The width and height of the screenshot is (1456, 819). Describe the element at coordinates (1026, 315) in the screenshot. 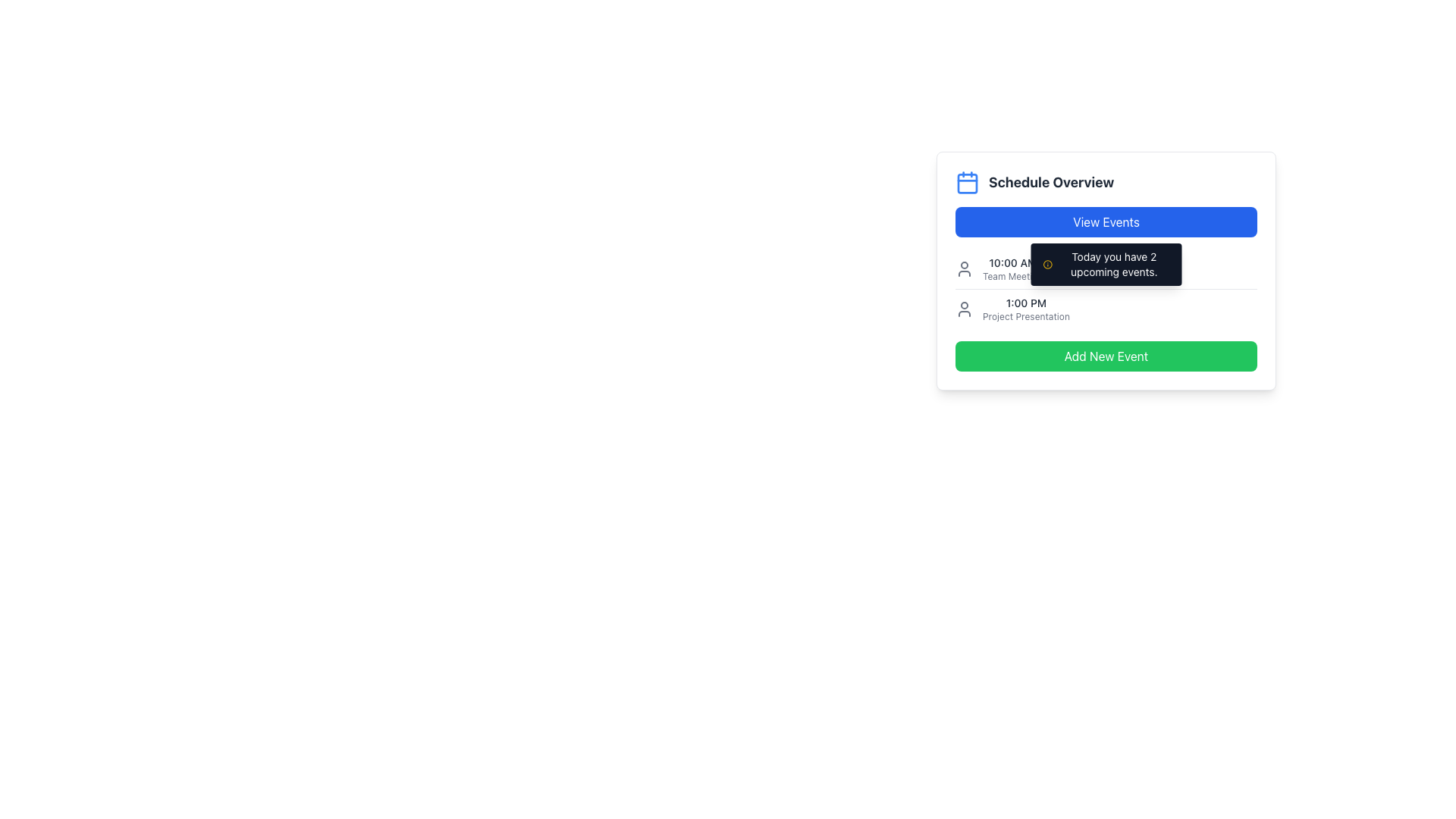

I see `the static text label displaying 'Project Presentation', which is styled with a small font and gray color, positioned below another label '1:00 PM' in the 'Schedule Overview' card` at that location.